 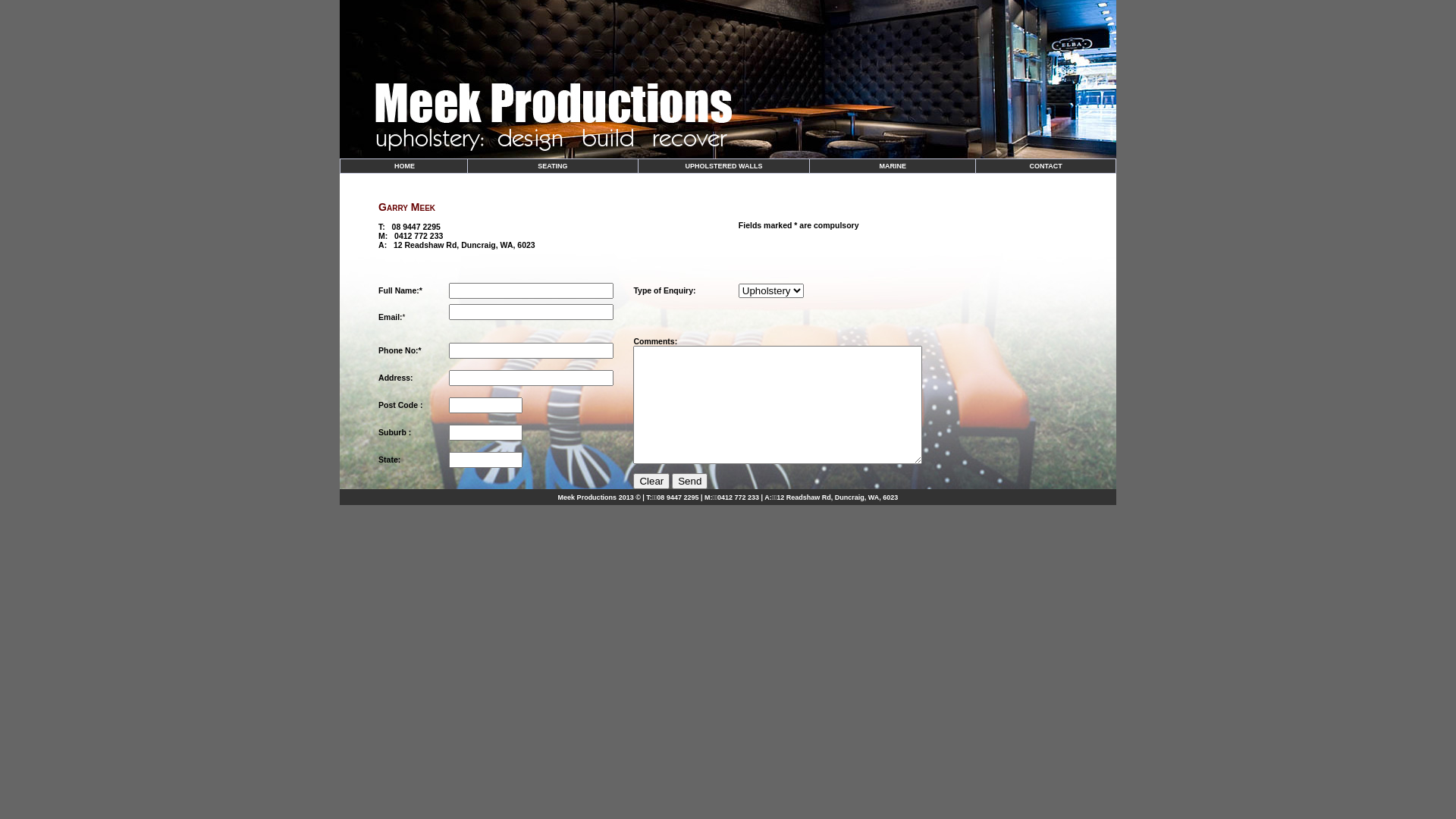 I want to click on 'SEATING', so click(x=551, y=166).